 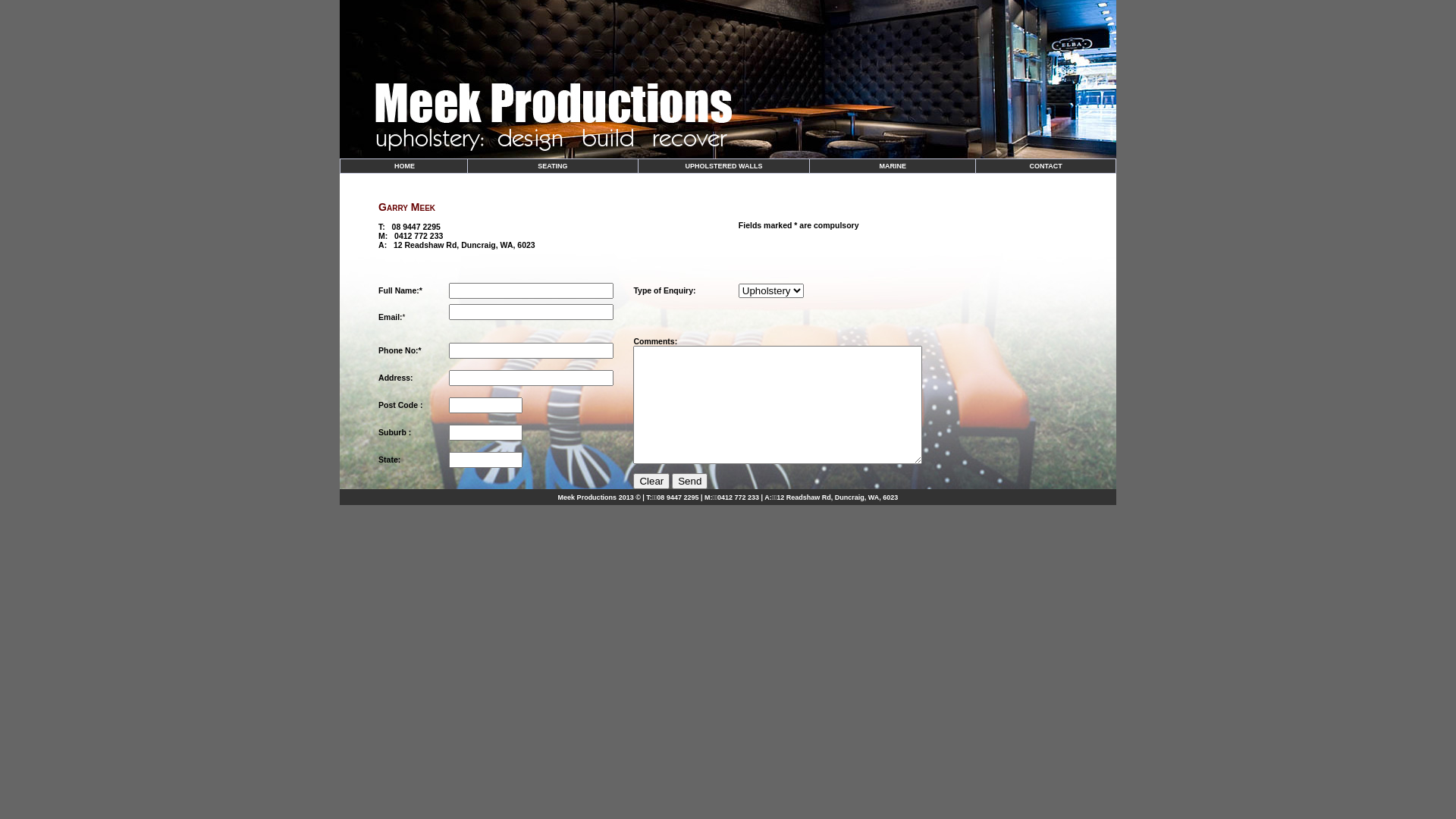 I want to click on 'SEATING', so click(x=551, y=166).